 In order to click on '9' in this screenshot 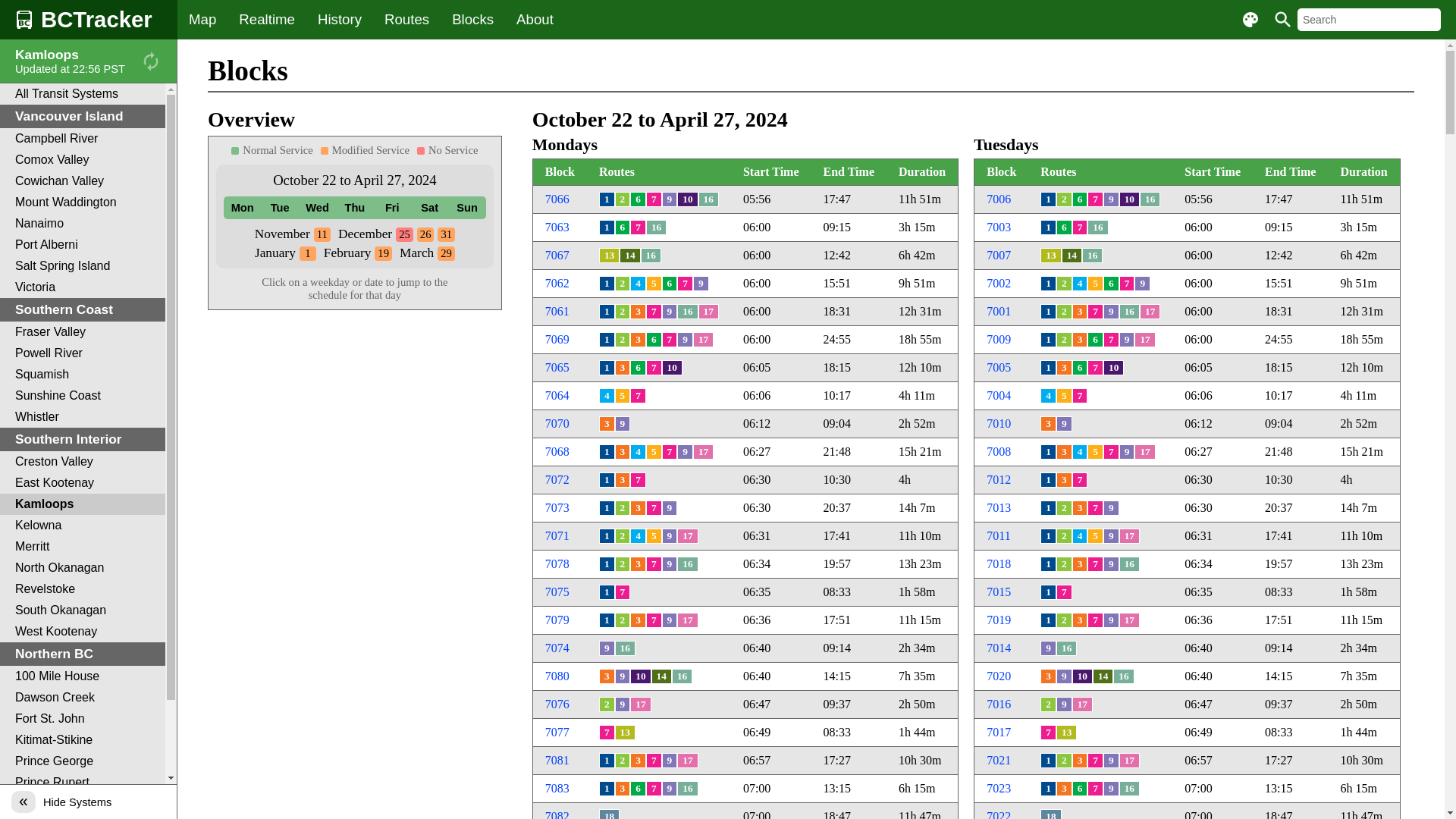, I will do `click(623, 675)`.